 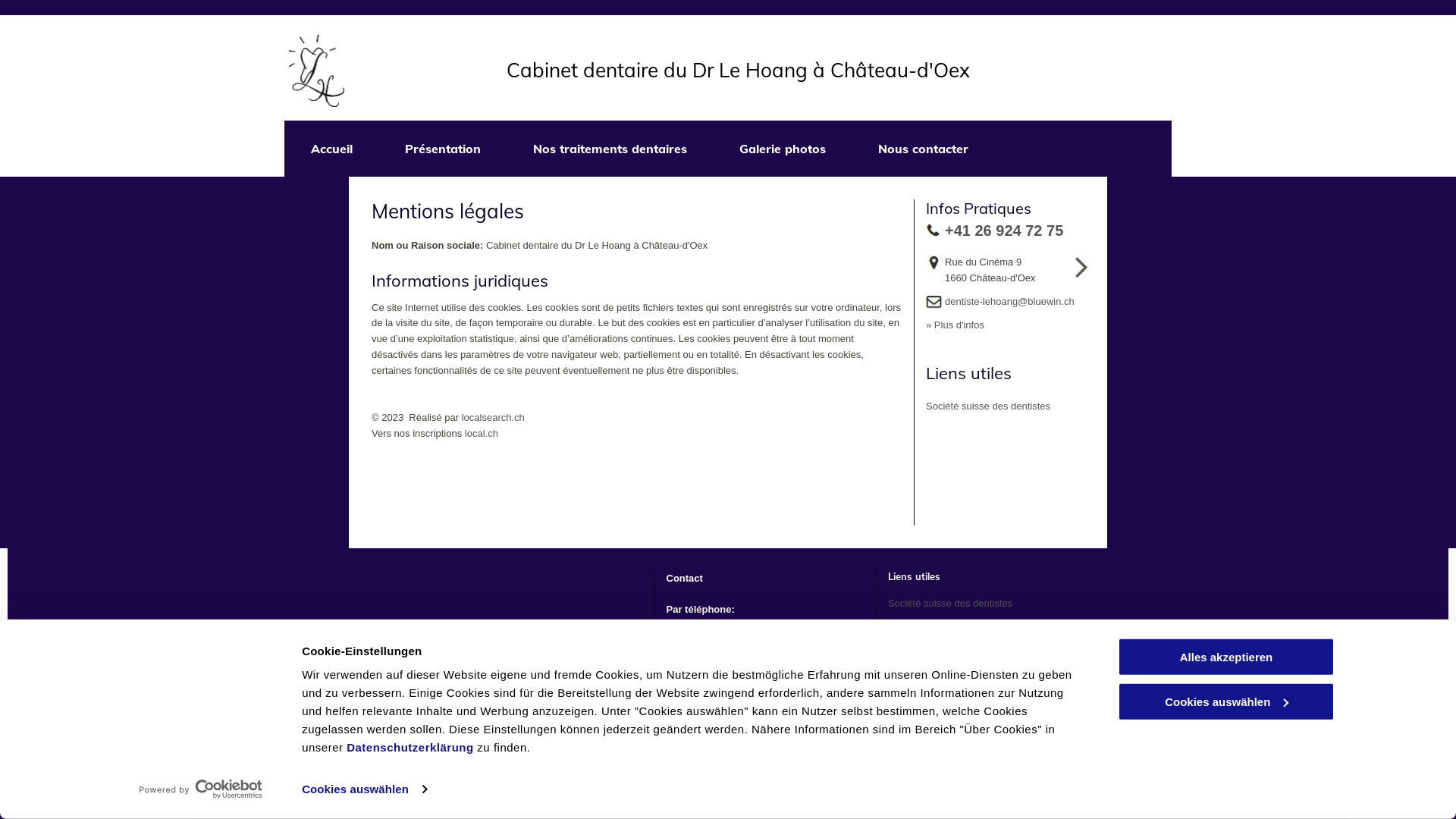 I want to click on 'Nos traitements dentaires', so click(x=609, y=149).